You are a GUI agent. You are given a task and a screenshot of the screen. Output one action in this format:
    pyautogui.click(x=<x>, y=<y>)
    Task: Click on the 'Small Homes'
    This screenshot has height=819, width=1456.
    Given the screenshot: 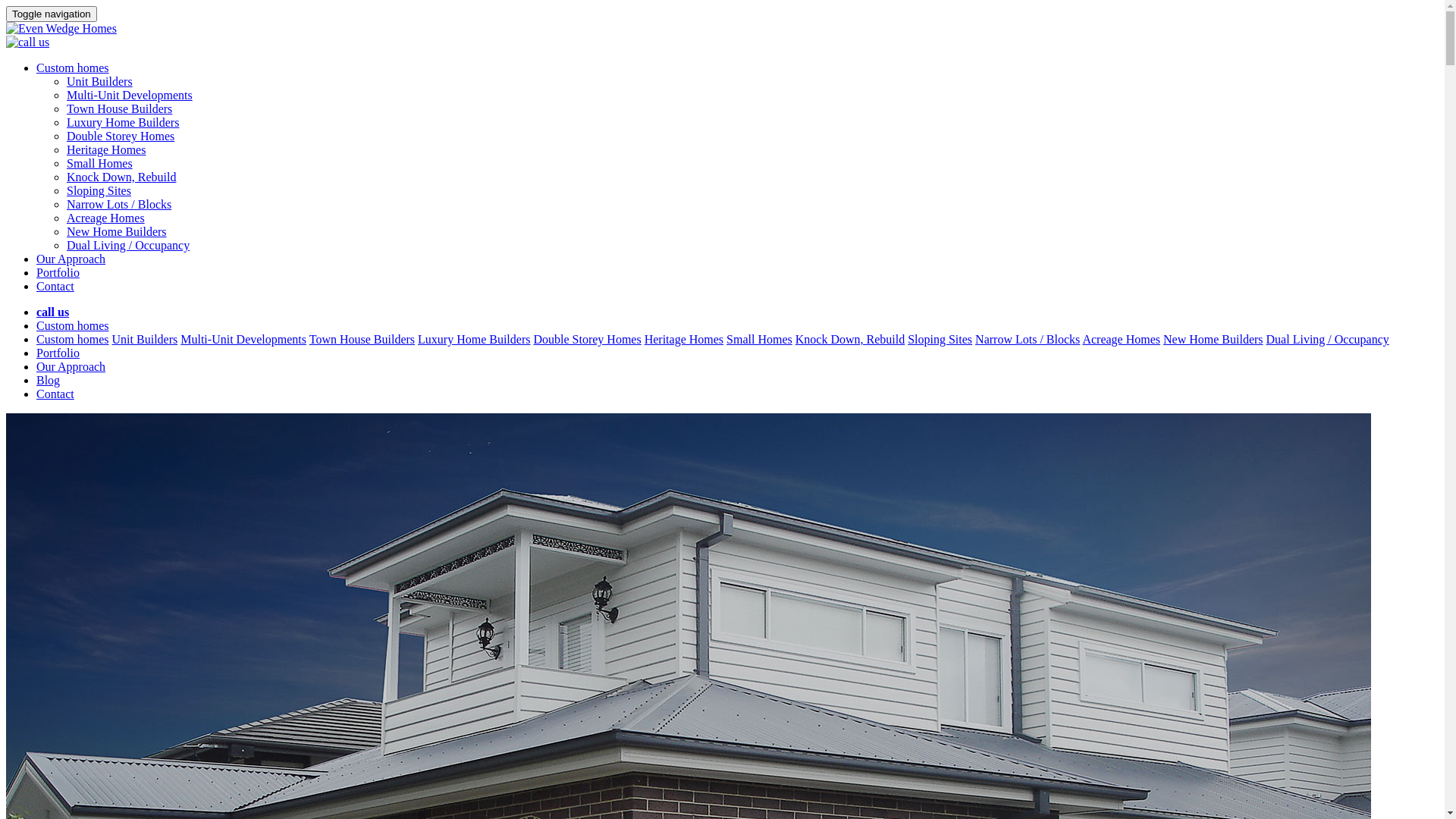 What is the action you would take?
    pyautogui.click(x=99, y=163)
    